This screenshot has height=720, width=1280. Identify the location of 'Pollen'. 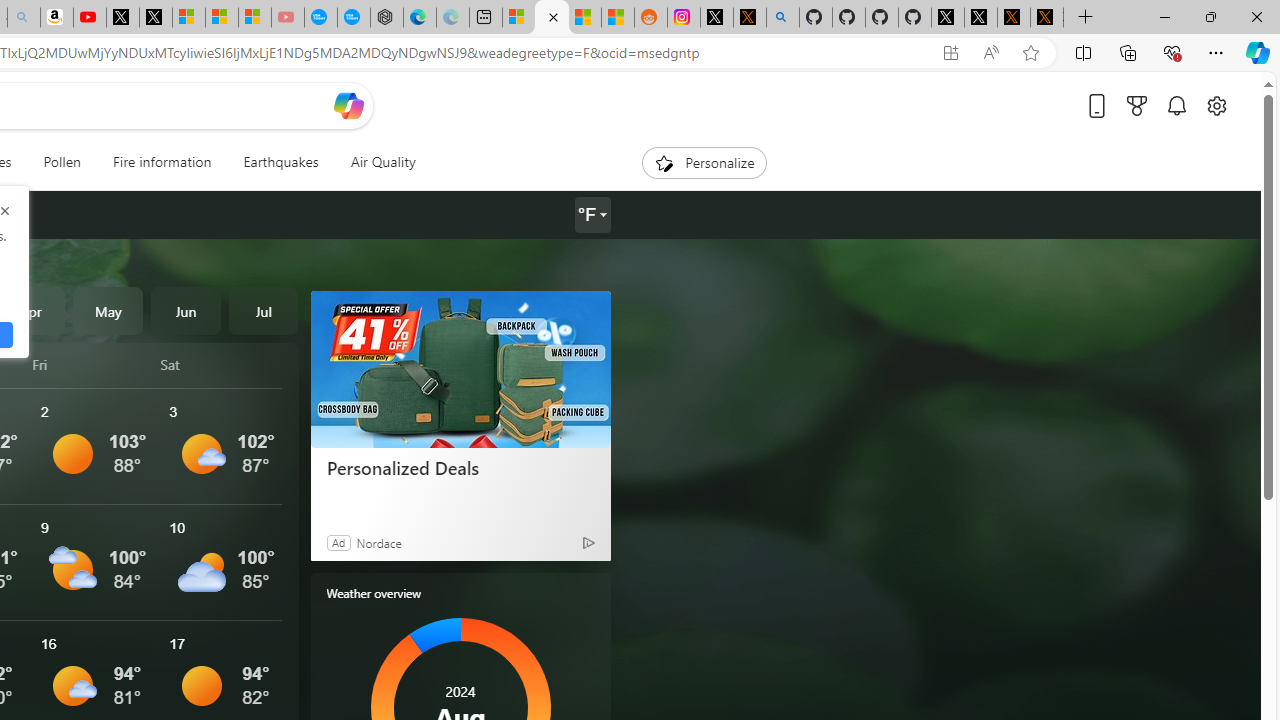
(62, 162).